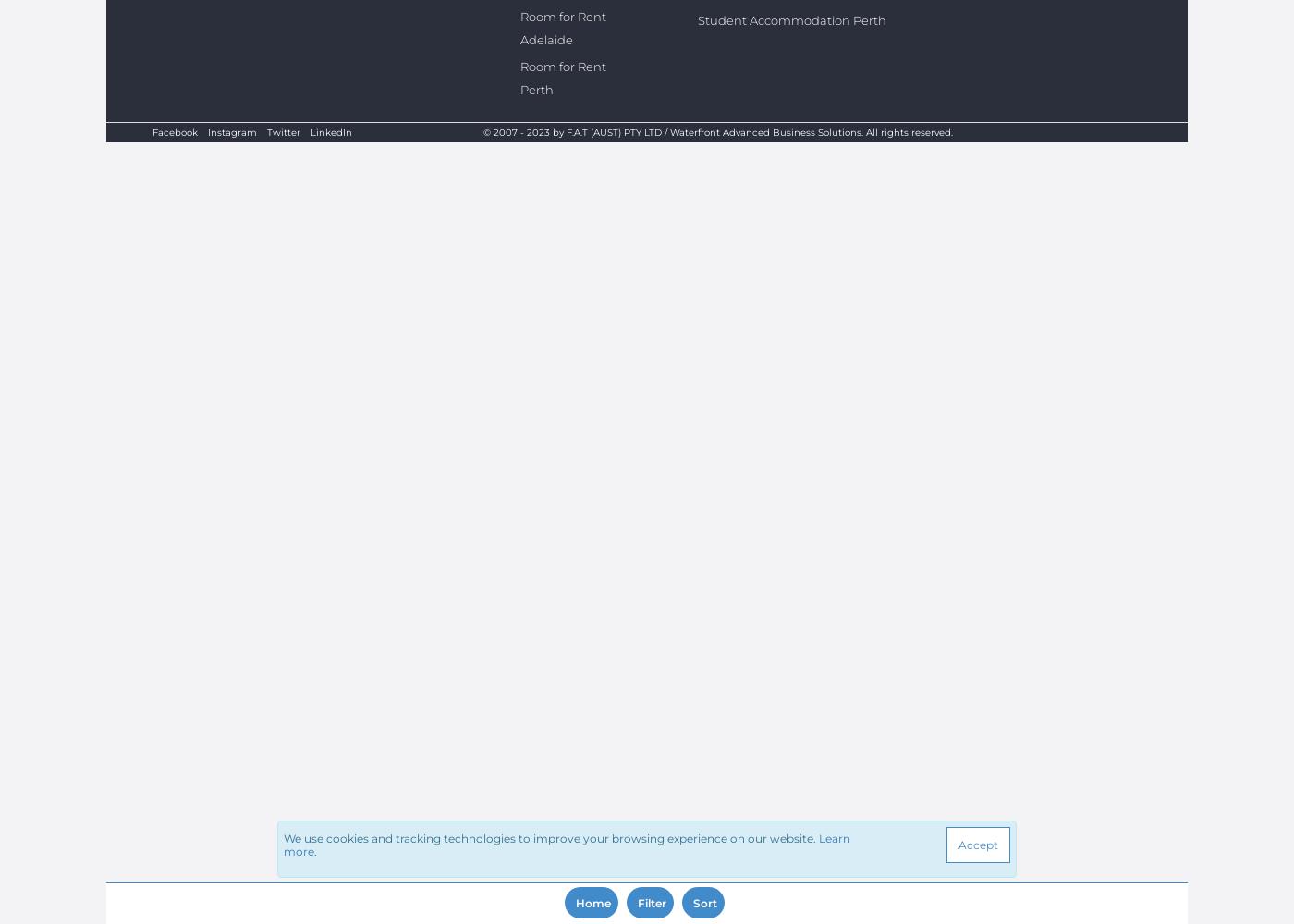  I want to click on 'Student Accommodation Perth', so click(790, 20).